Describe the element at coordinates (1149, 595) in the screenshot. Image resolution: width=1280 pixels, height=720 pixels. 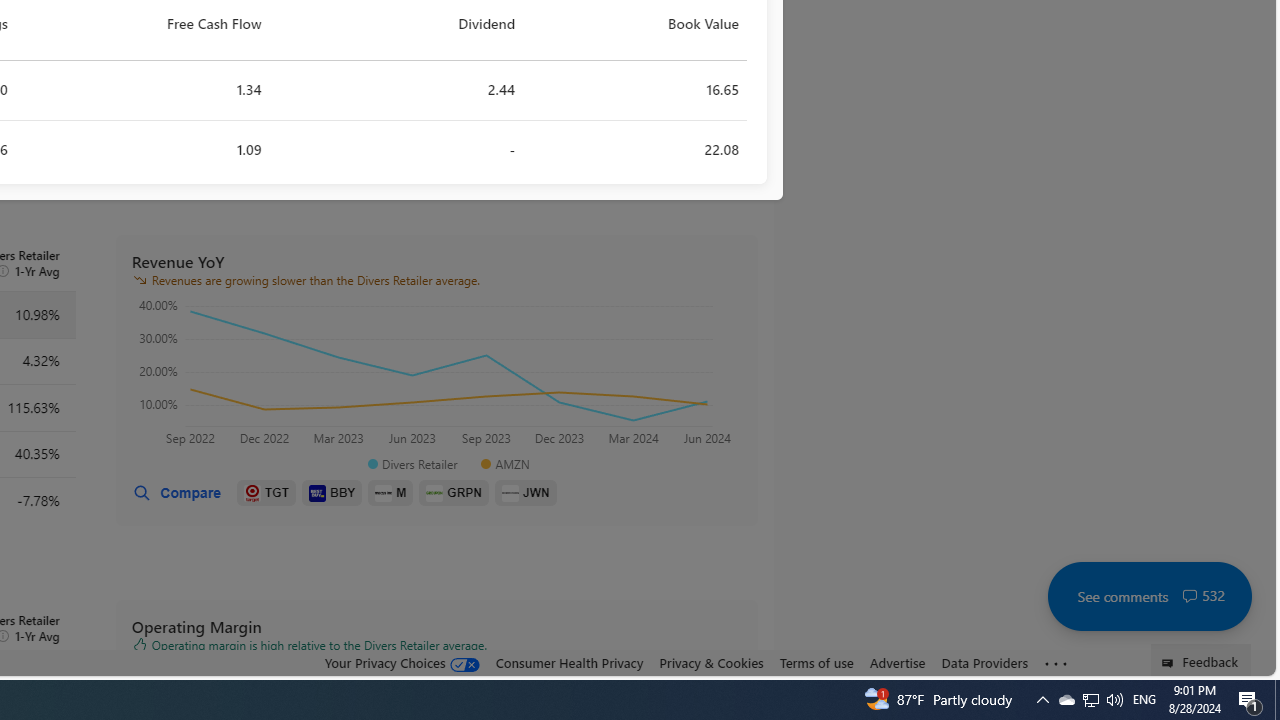
I see `'See comments 532'` at that location.